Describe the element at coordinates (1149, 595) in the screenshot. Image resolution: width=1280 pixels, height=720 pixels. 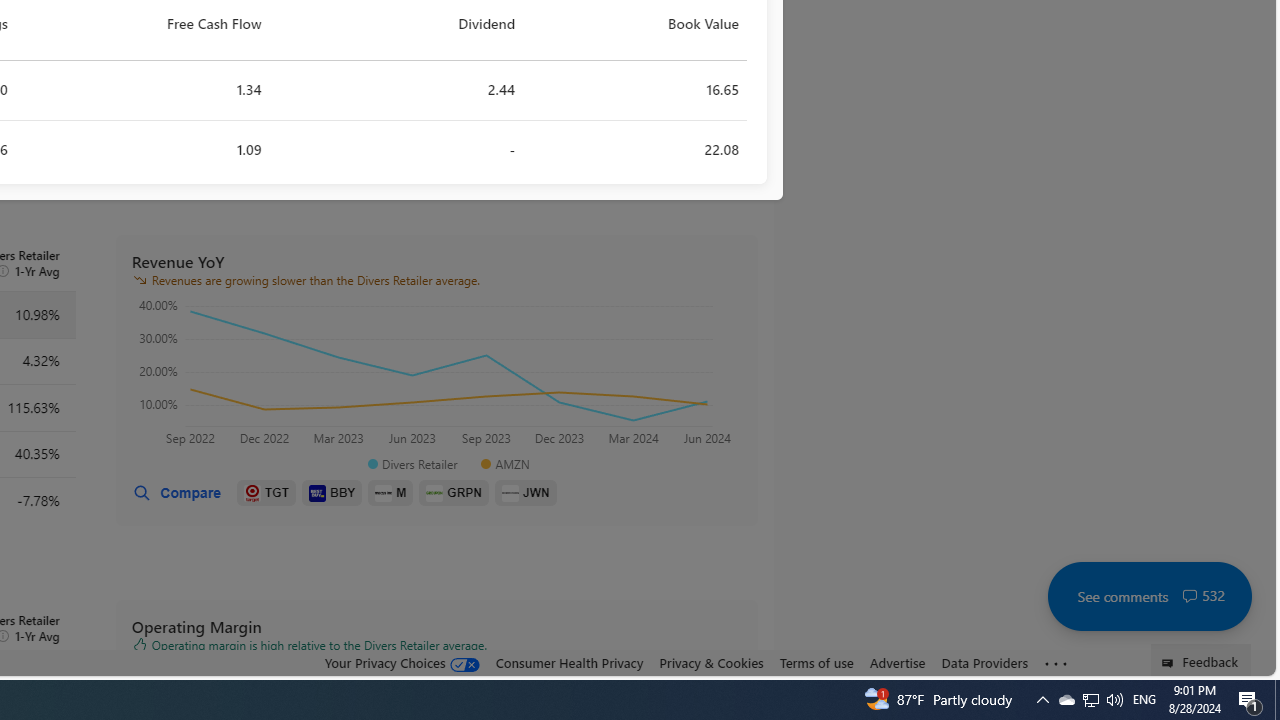
I see `'See comments 532'` at that location.